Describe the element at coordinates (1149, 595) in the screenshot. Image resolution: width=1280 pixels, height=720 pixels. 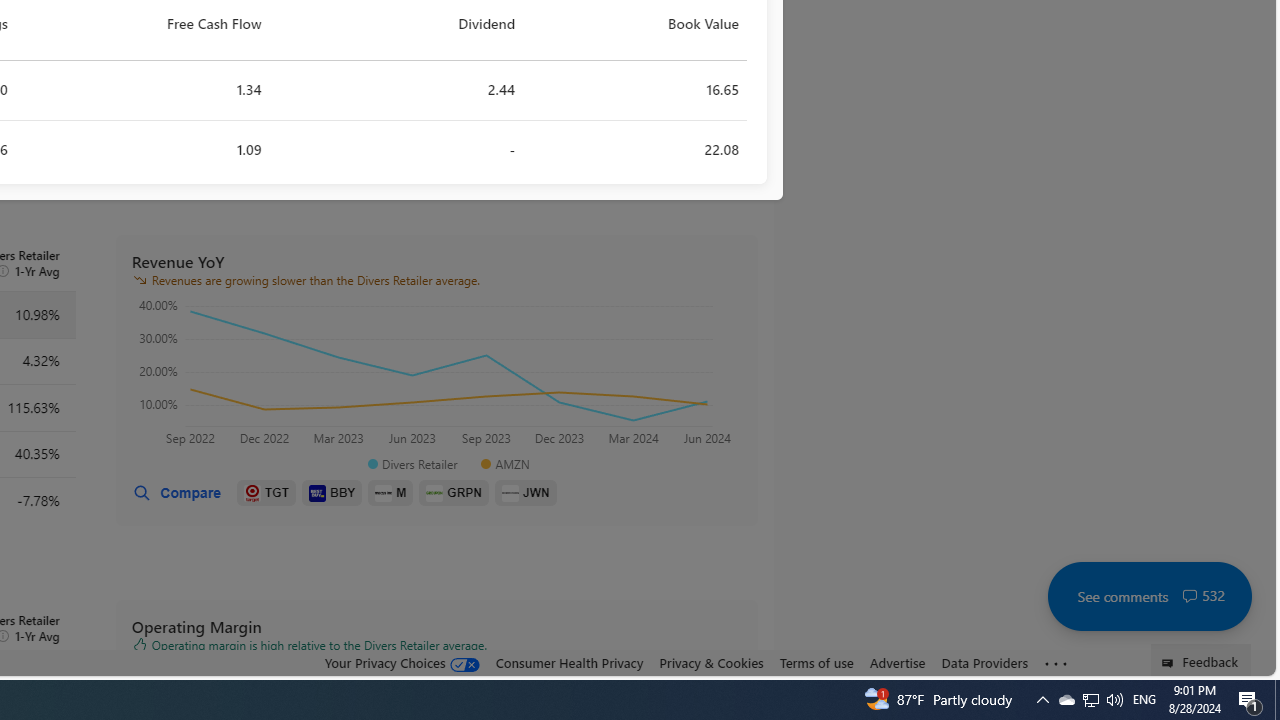
I see `'See comments 532'` at that location.